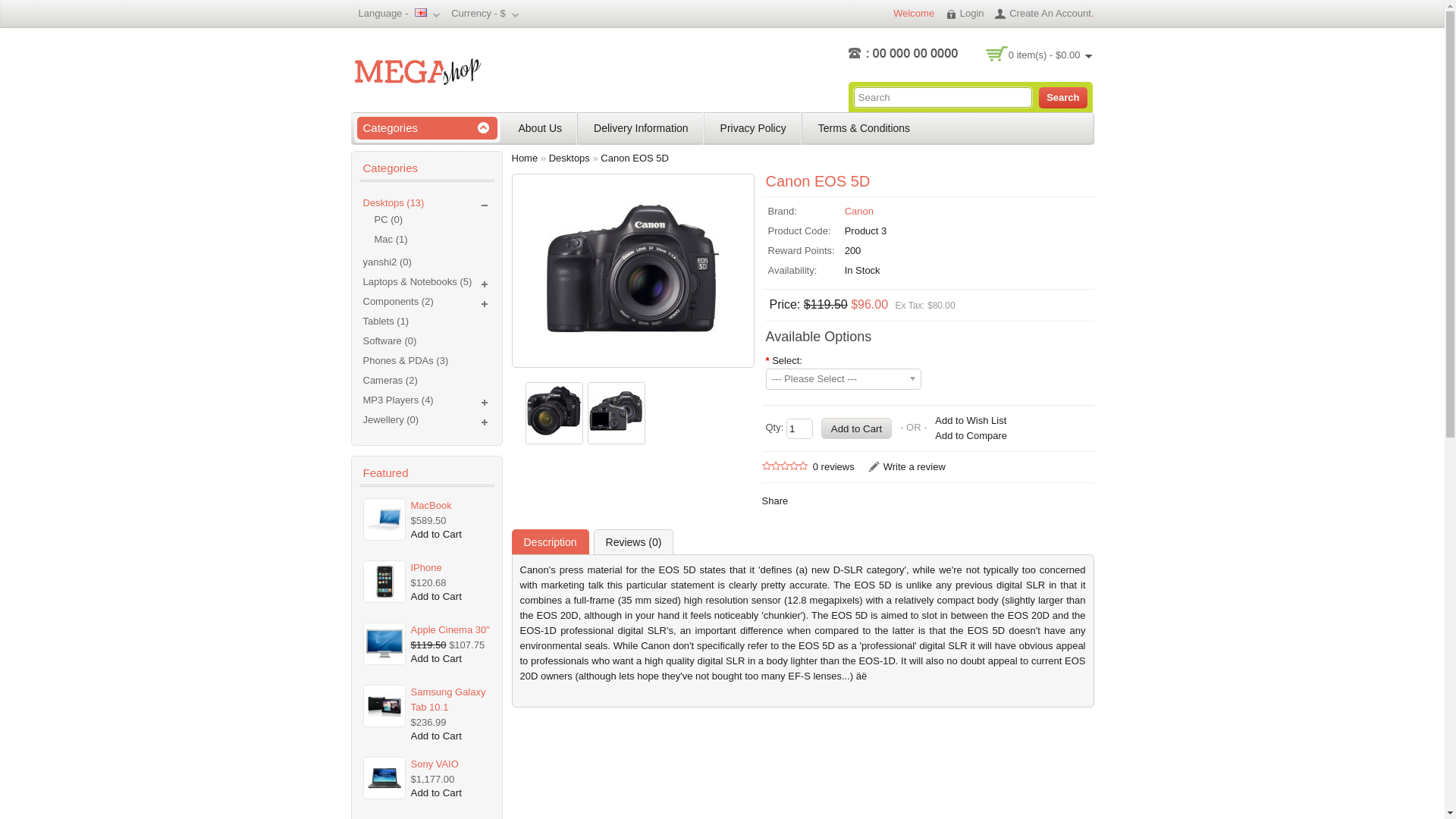 This screenshot has width=1456, height=819. What do you see at coordinates (435, 533) in the screenshot?
I see `'Add to Cart'` at bounding box center [435, 533].